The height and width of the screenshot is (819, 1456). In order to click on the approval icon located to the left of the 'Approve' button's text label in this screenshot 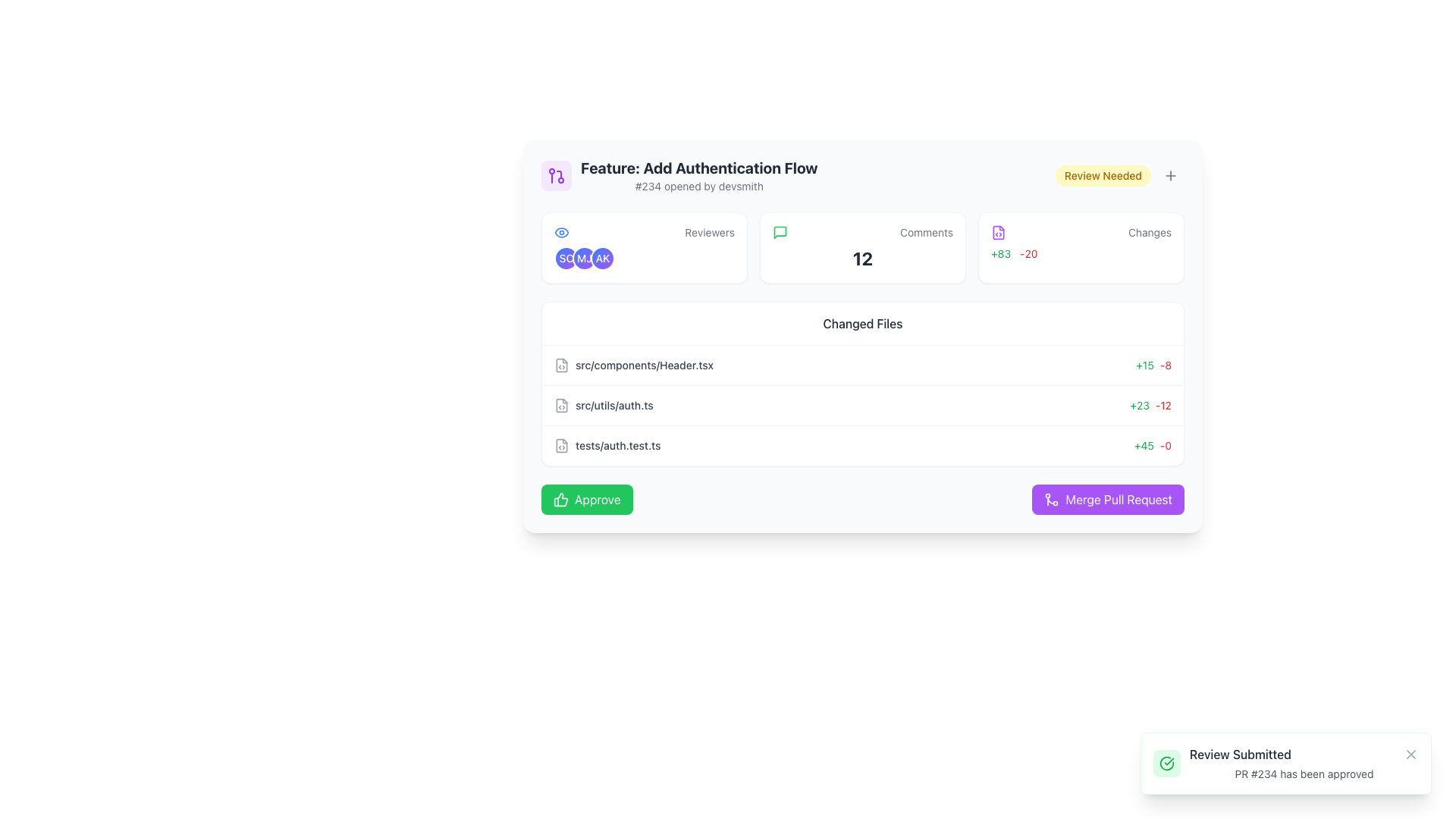, I will do `click(560, 500)`.